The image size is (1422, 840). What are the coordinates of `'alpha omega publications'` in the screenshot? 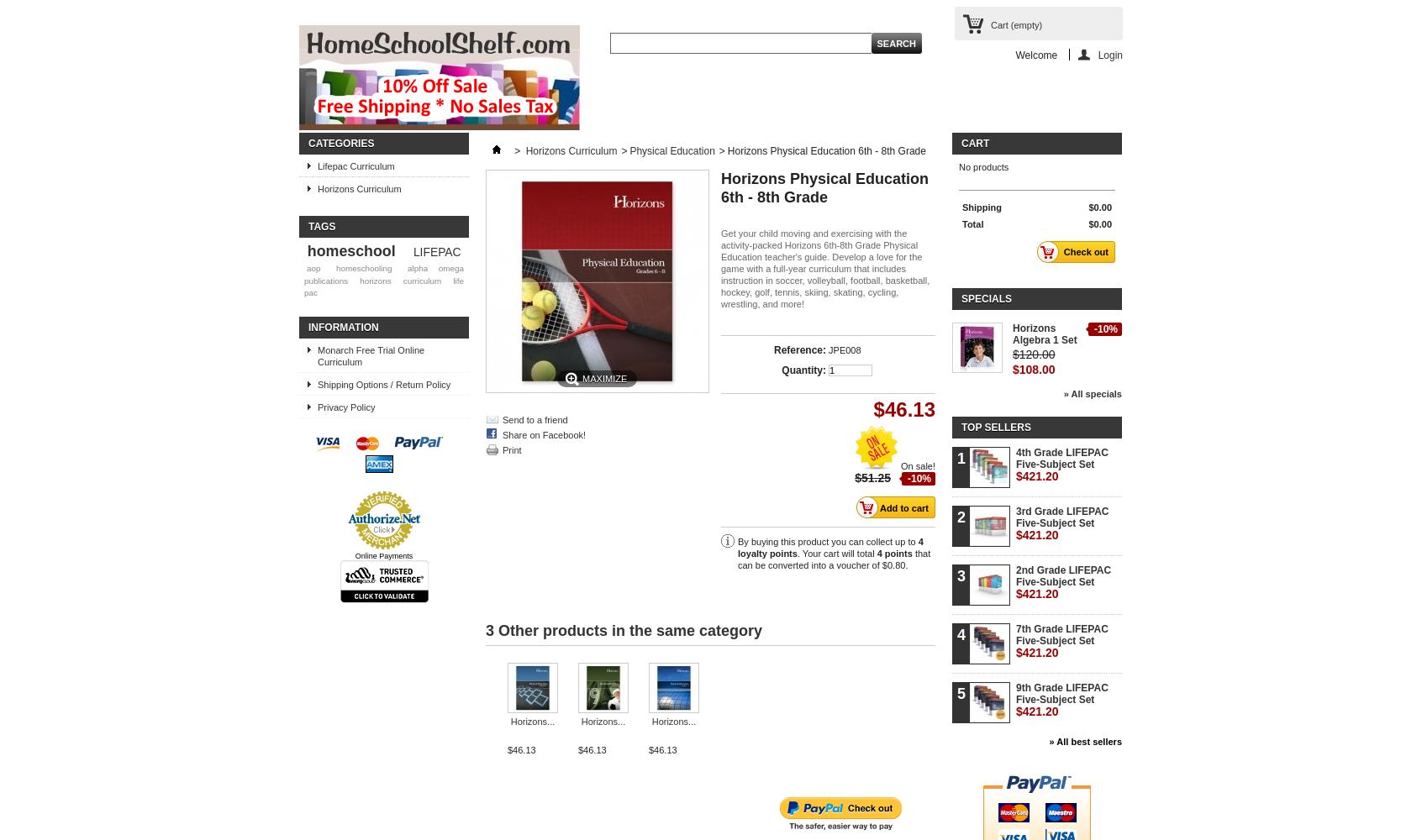 It's located at (382, 273).